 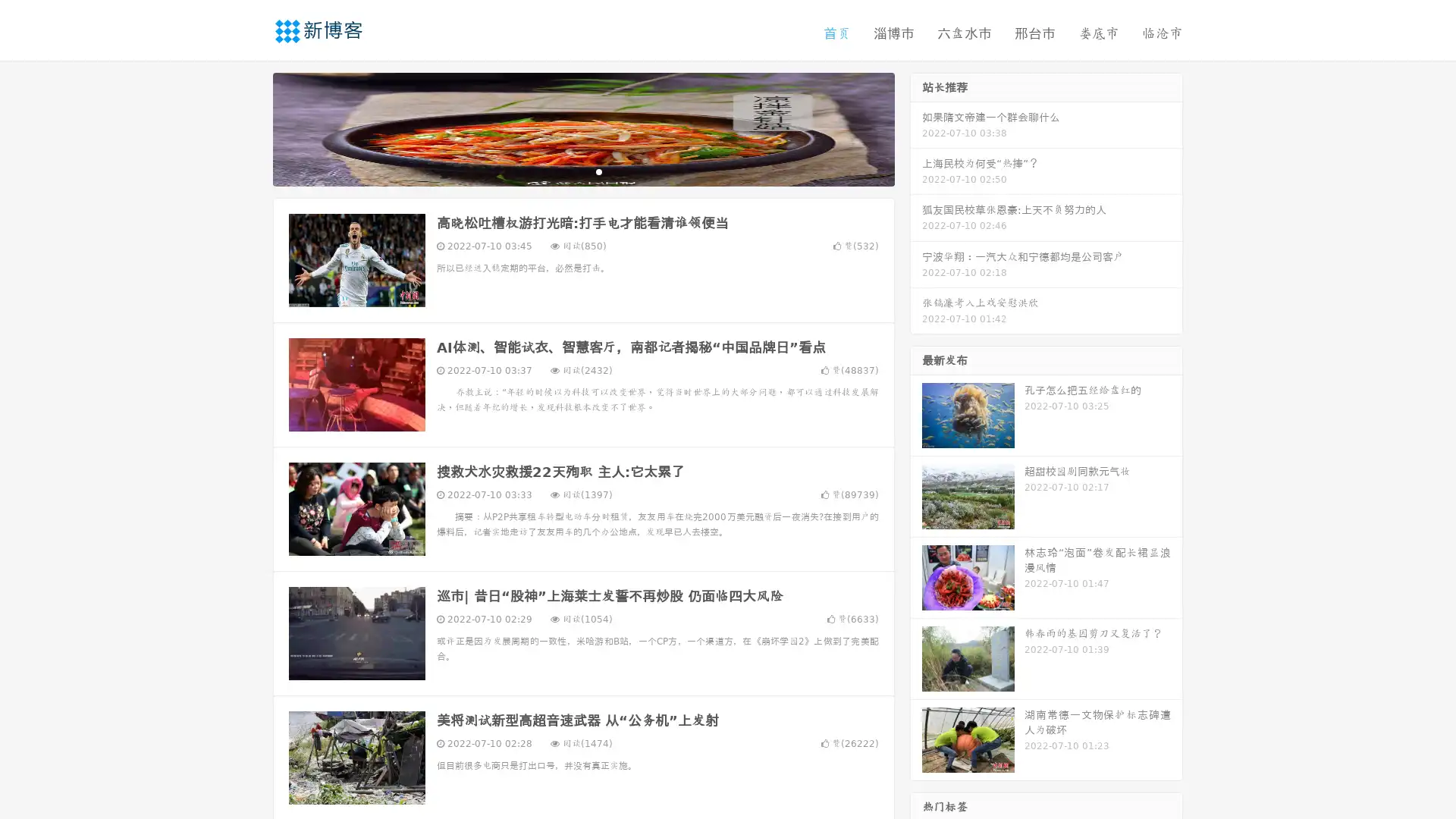 What do you see at coordinates (916, 127) in the screenshot?
I see `Next slide` at bounding box center [916, 127].